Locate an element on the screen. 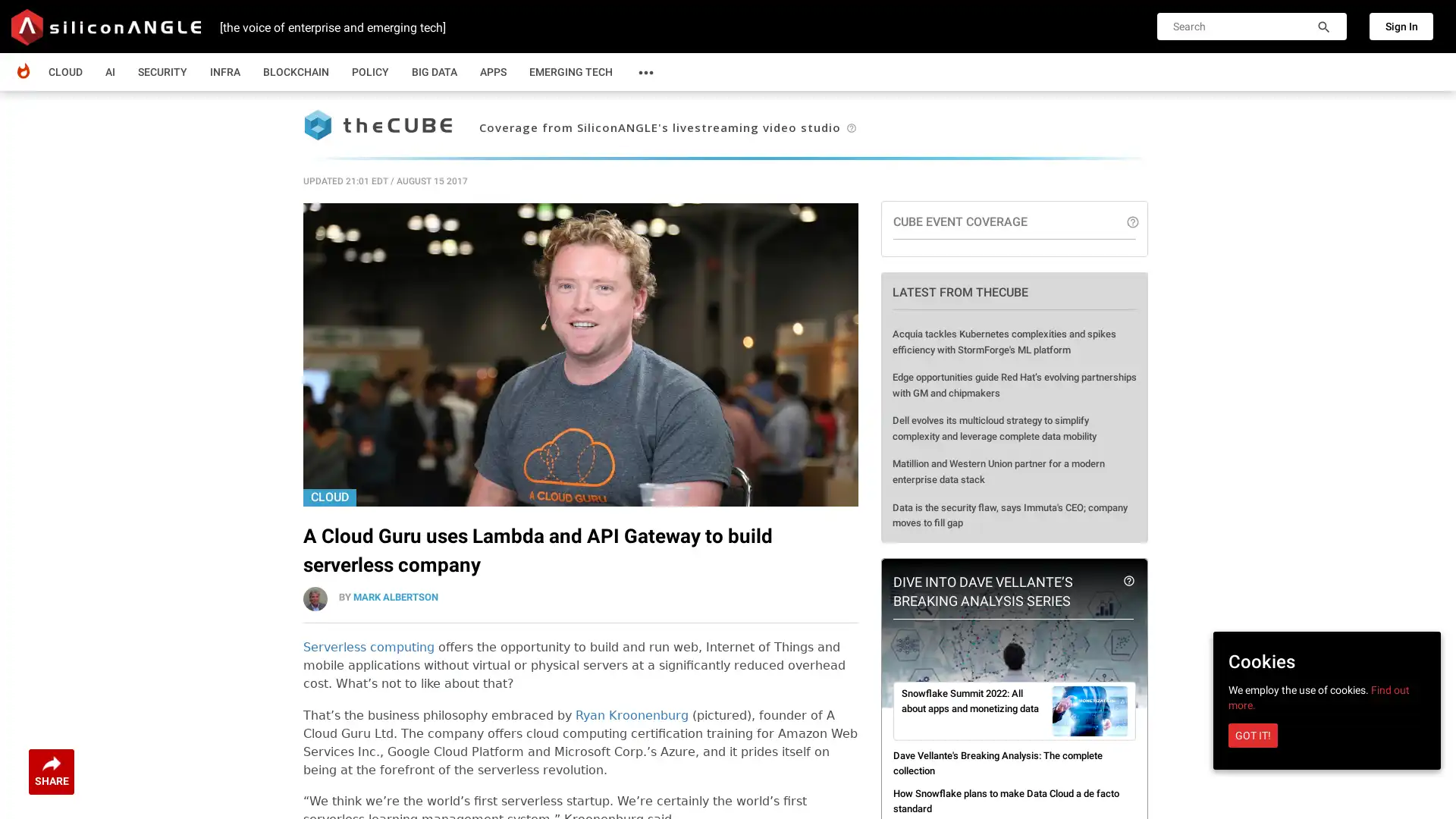 This screenshot has height=819, width=1456. Sign In is located at coordinates (1401, 26).